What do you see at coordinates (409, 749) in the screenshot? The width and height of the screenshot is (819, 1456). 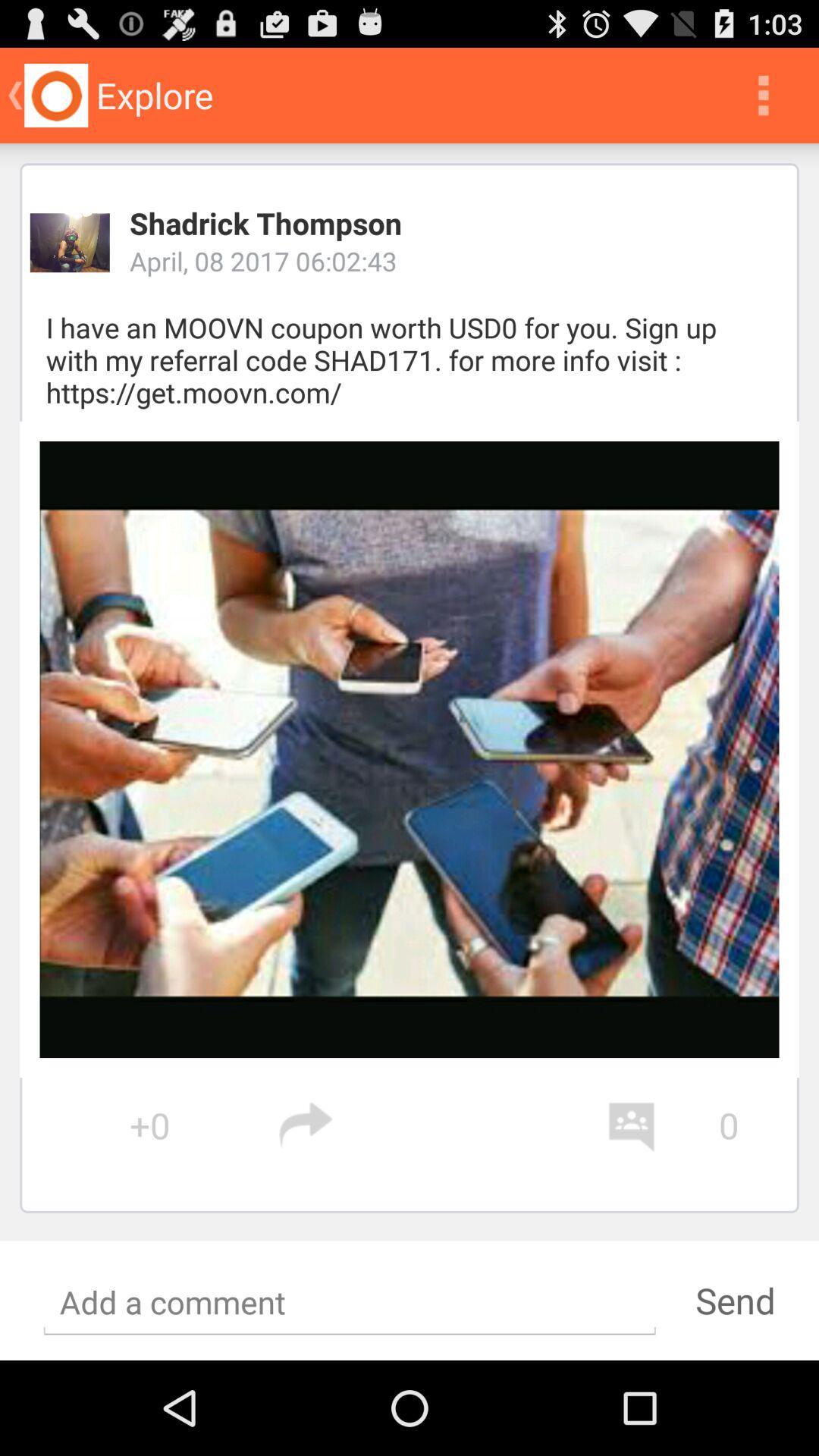 I see `the button above the +0 button` at bounding box center [409, 749].